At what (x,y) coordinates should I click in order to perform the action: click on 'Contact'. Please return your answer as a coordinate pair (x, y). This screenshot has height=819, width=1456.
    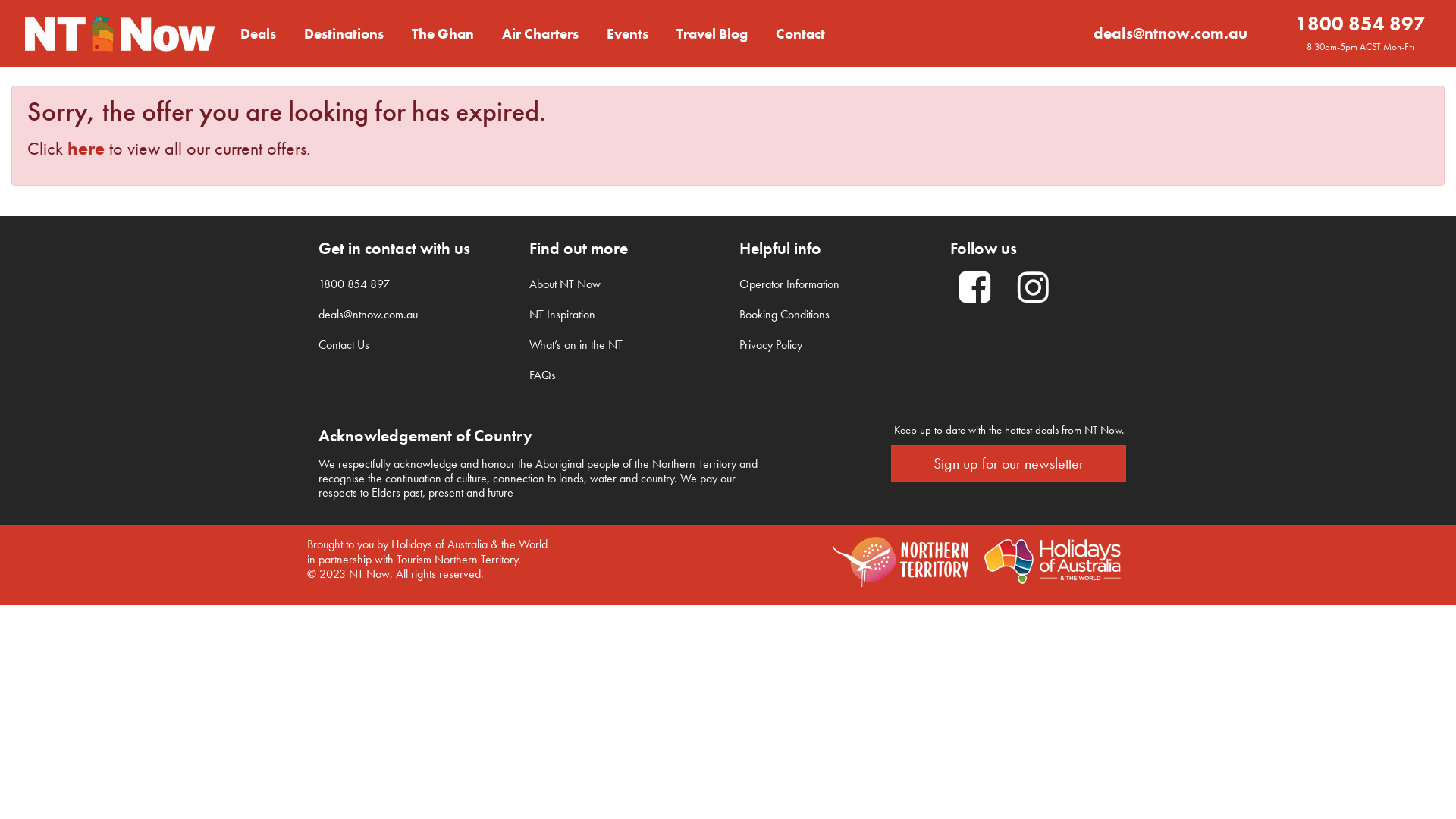
    Looking at the image, I should click on (769, 33).